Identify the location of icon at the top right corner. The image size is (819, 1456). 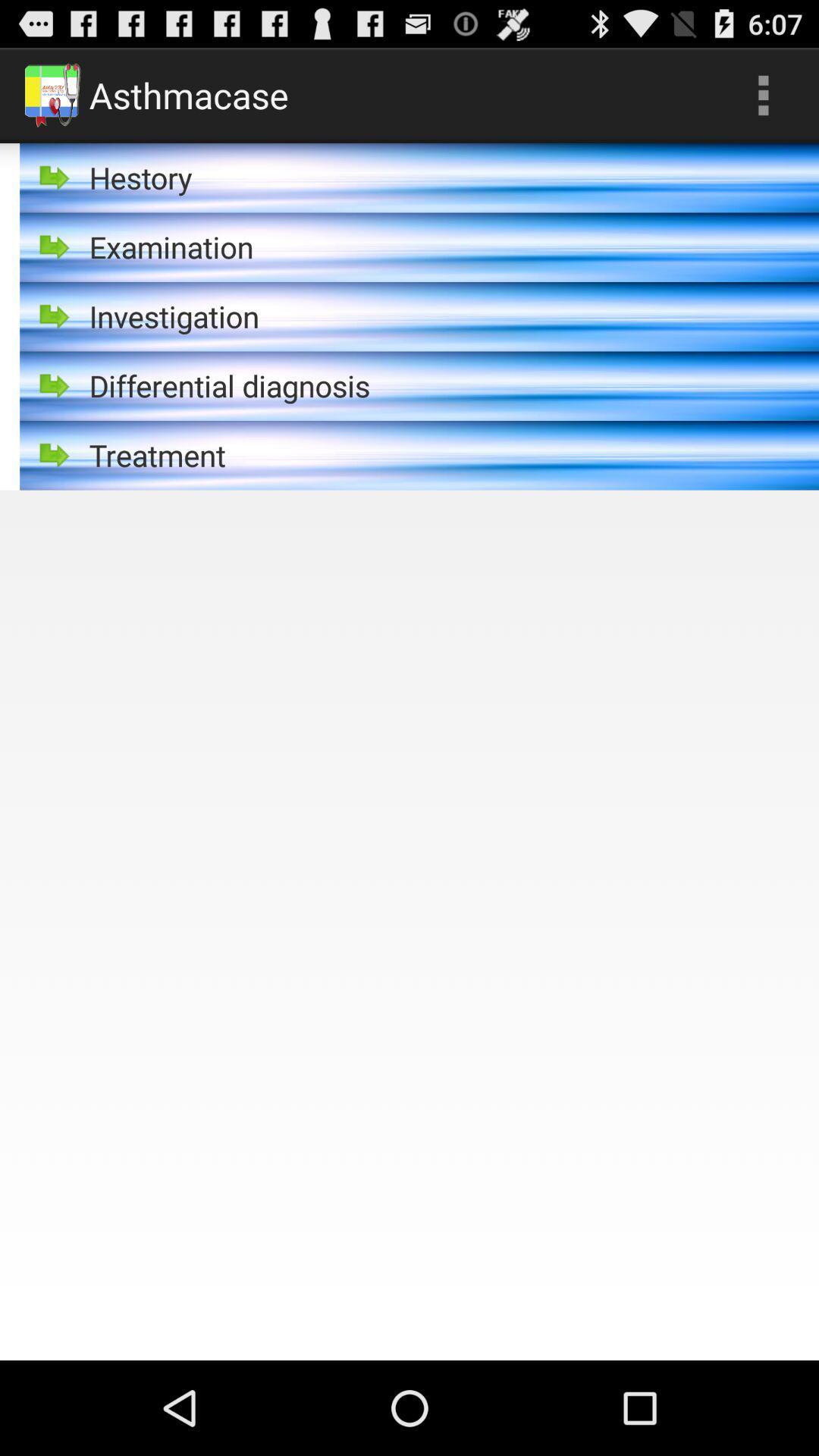
(763, 94).